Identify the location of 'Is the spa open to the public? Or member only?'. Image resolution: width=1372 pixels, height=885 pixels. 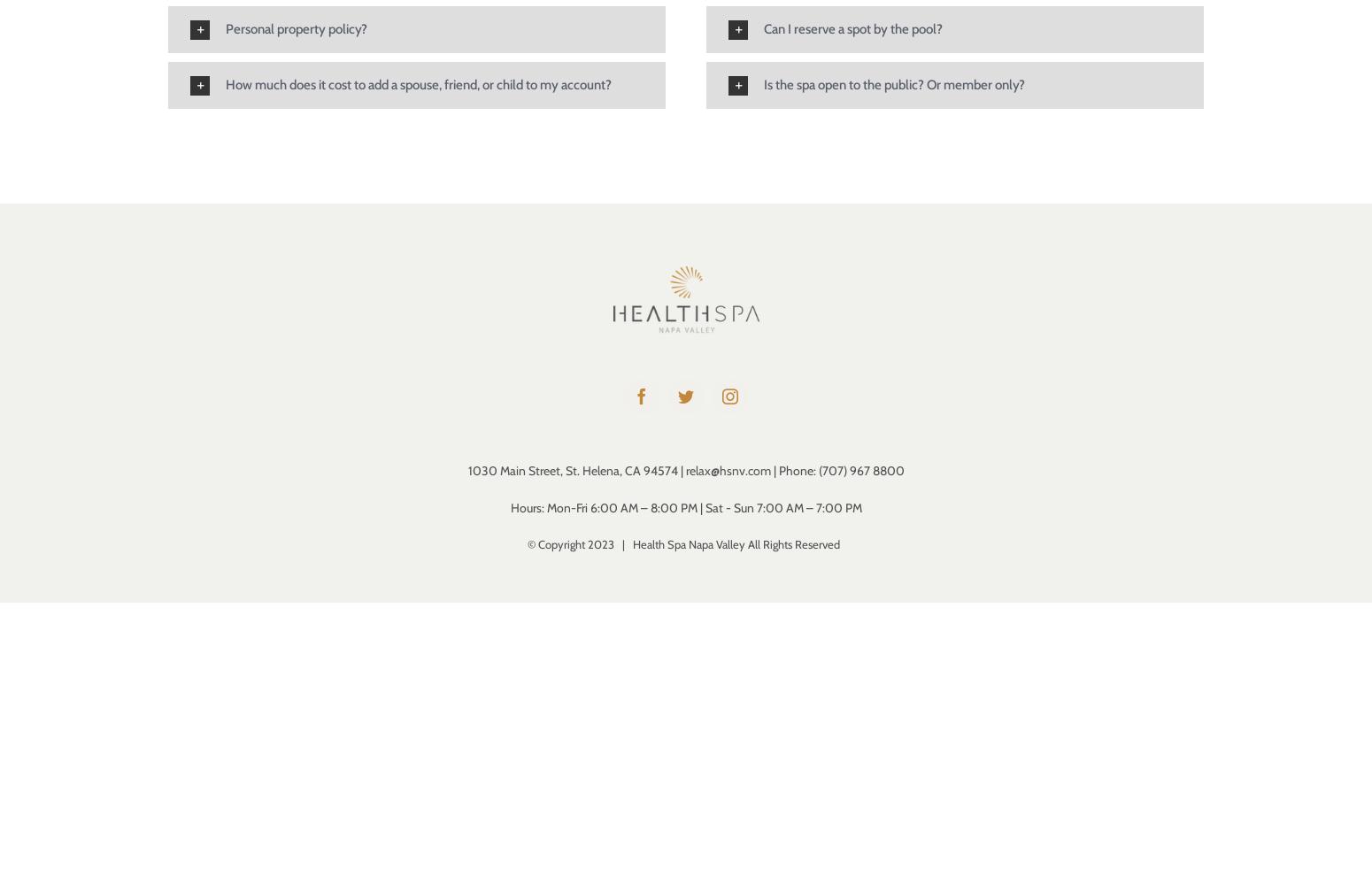
(764, 84).